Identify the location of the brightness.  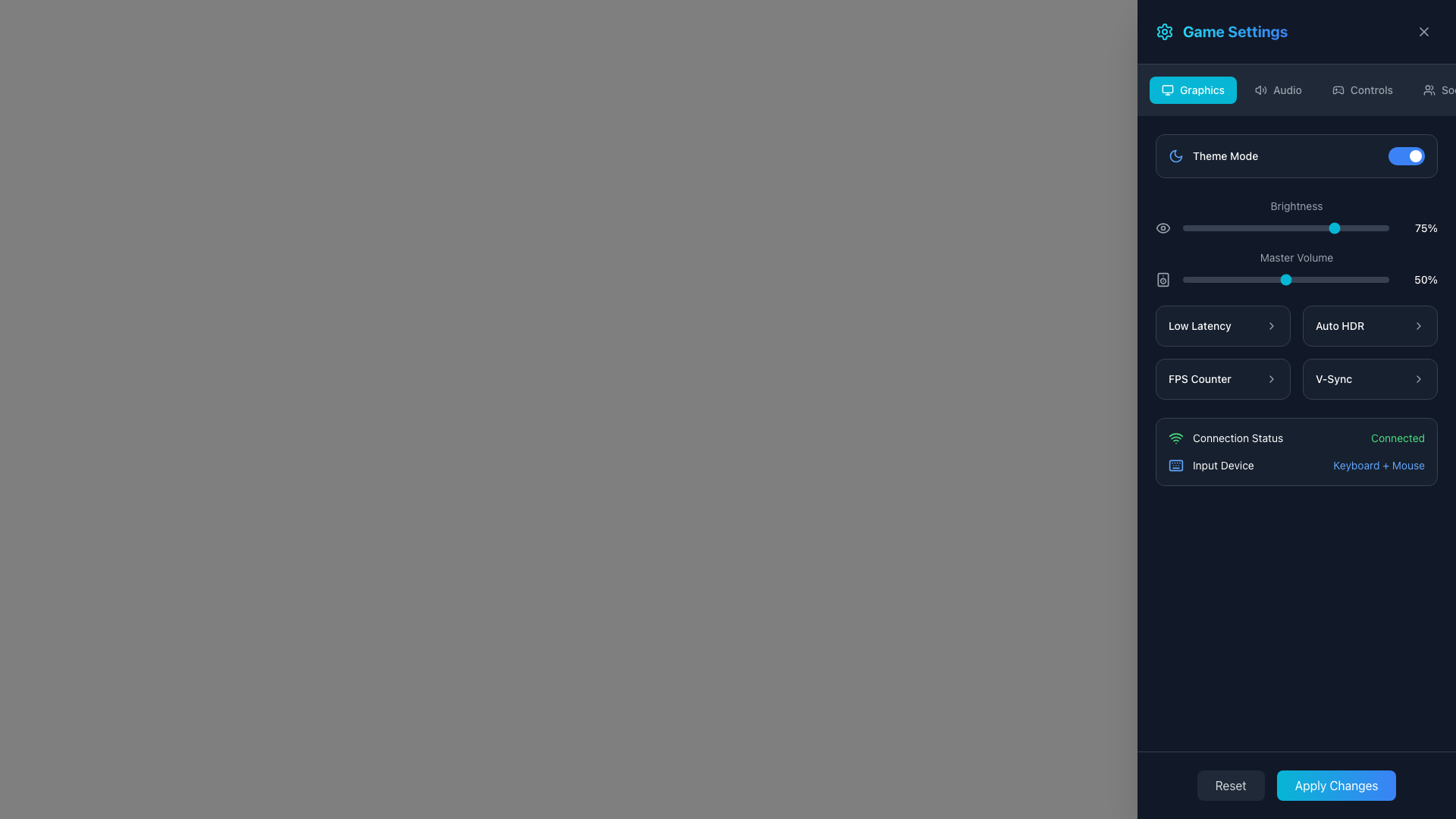
(1316, 227).